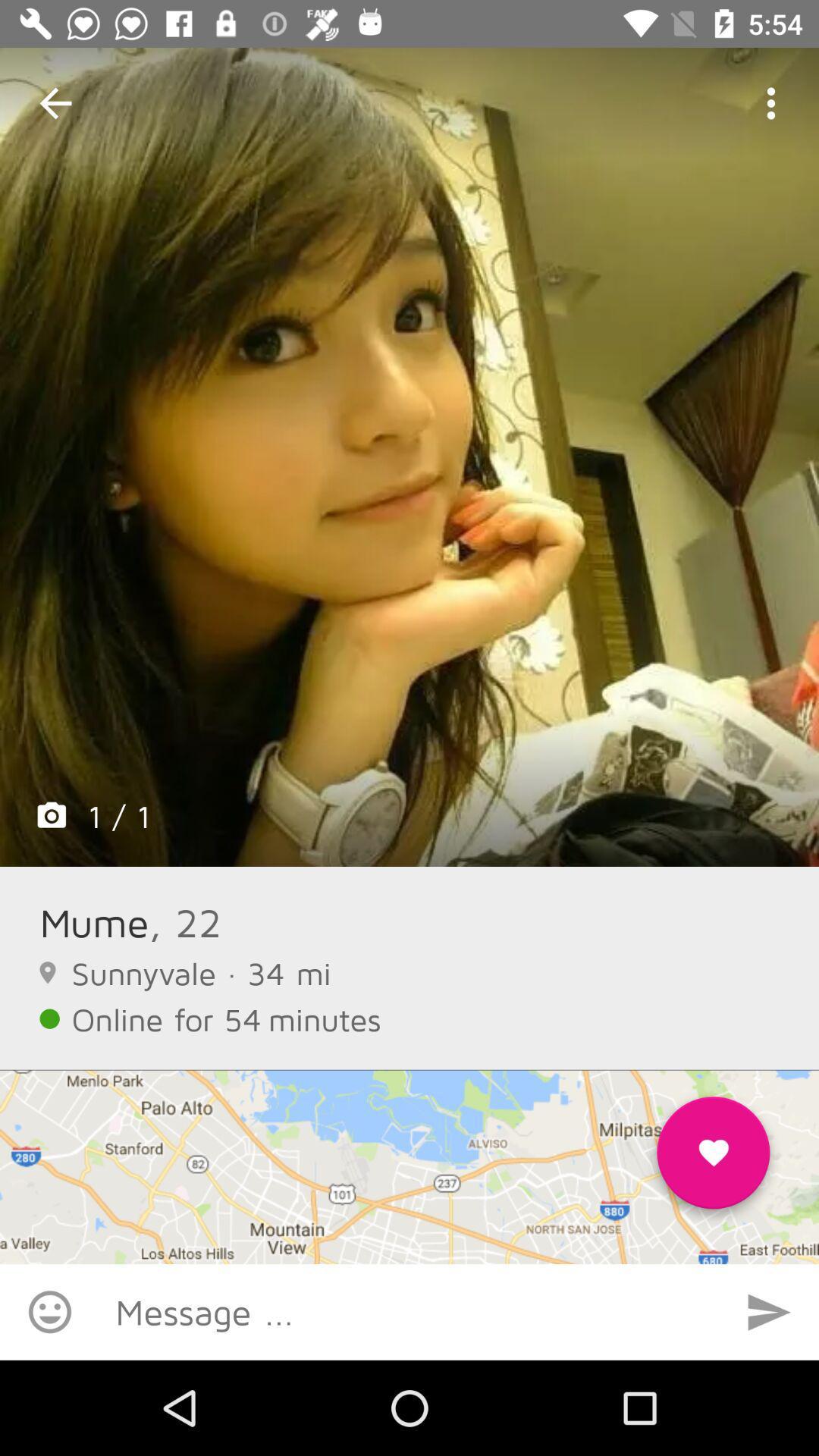 The width and height of the screenshot is (819, 1456). What do you see at coordinates (409, 457) in the screenshot?
I see `contact image` at bounding box center [409, 457].